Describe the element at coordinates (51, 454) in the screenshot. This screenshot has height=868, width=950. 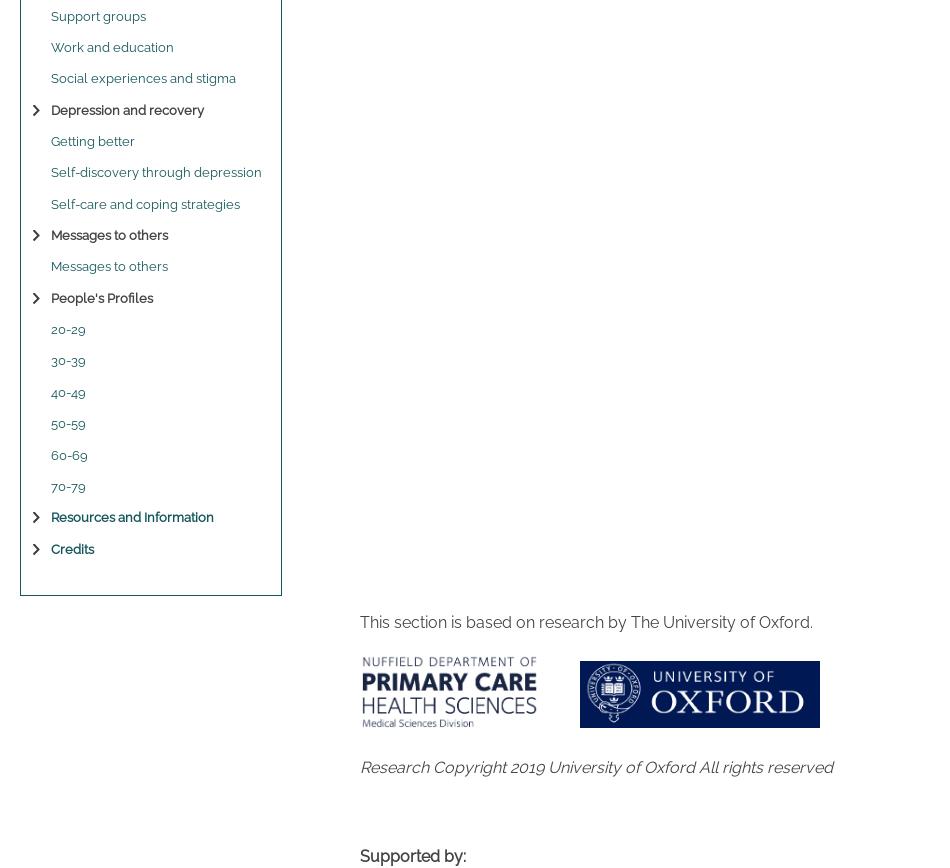
I see `'60-69'` at that location.